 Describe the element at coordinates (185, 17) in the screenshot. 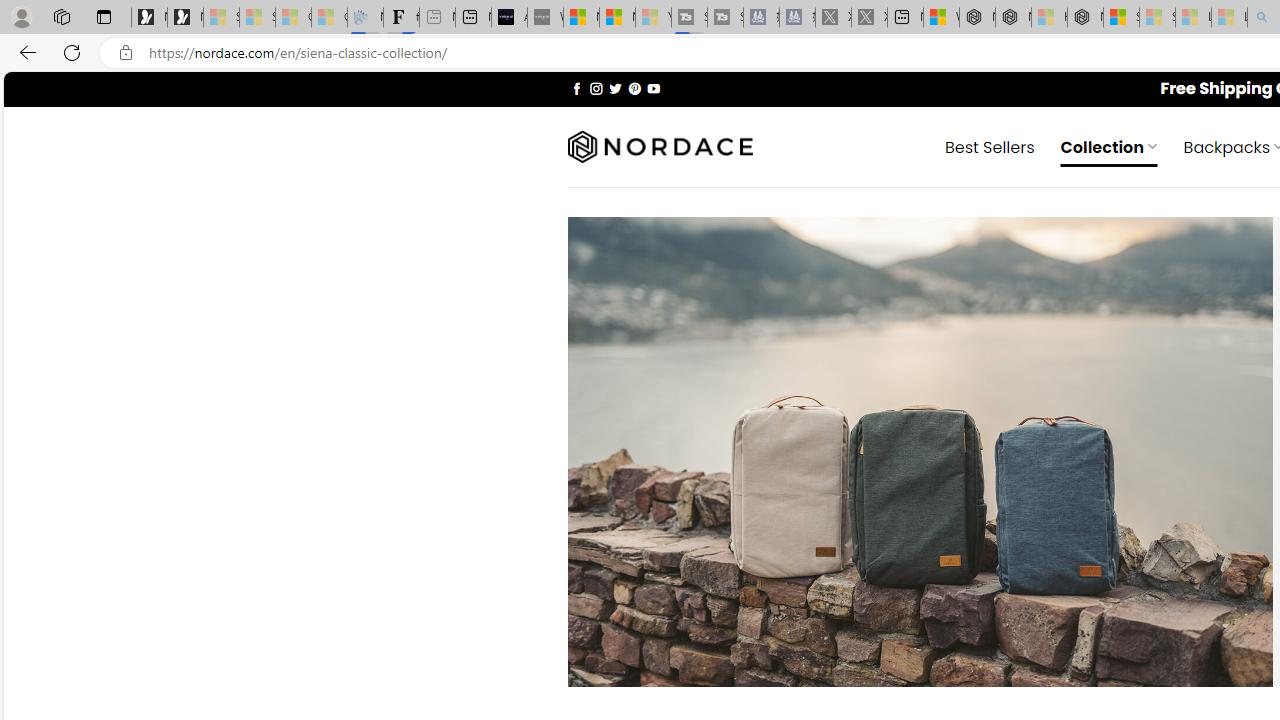

I see `'Newsletter Sign Up'` at that location.